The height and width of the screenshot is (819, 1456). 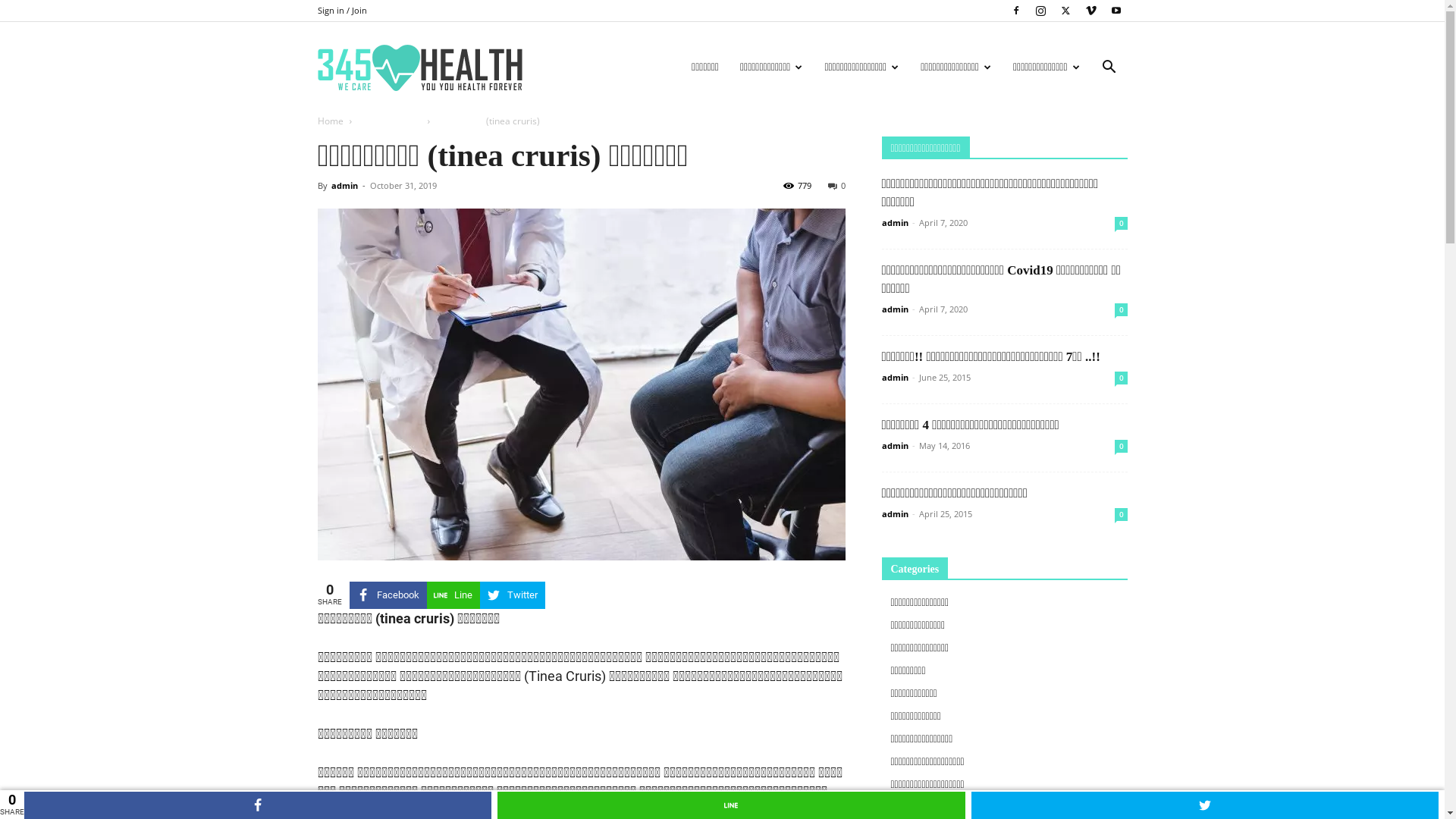 I want to click on 'Twitter', so click(x=512, y=595).